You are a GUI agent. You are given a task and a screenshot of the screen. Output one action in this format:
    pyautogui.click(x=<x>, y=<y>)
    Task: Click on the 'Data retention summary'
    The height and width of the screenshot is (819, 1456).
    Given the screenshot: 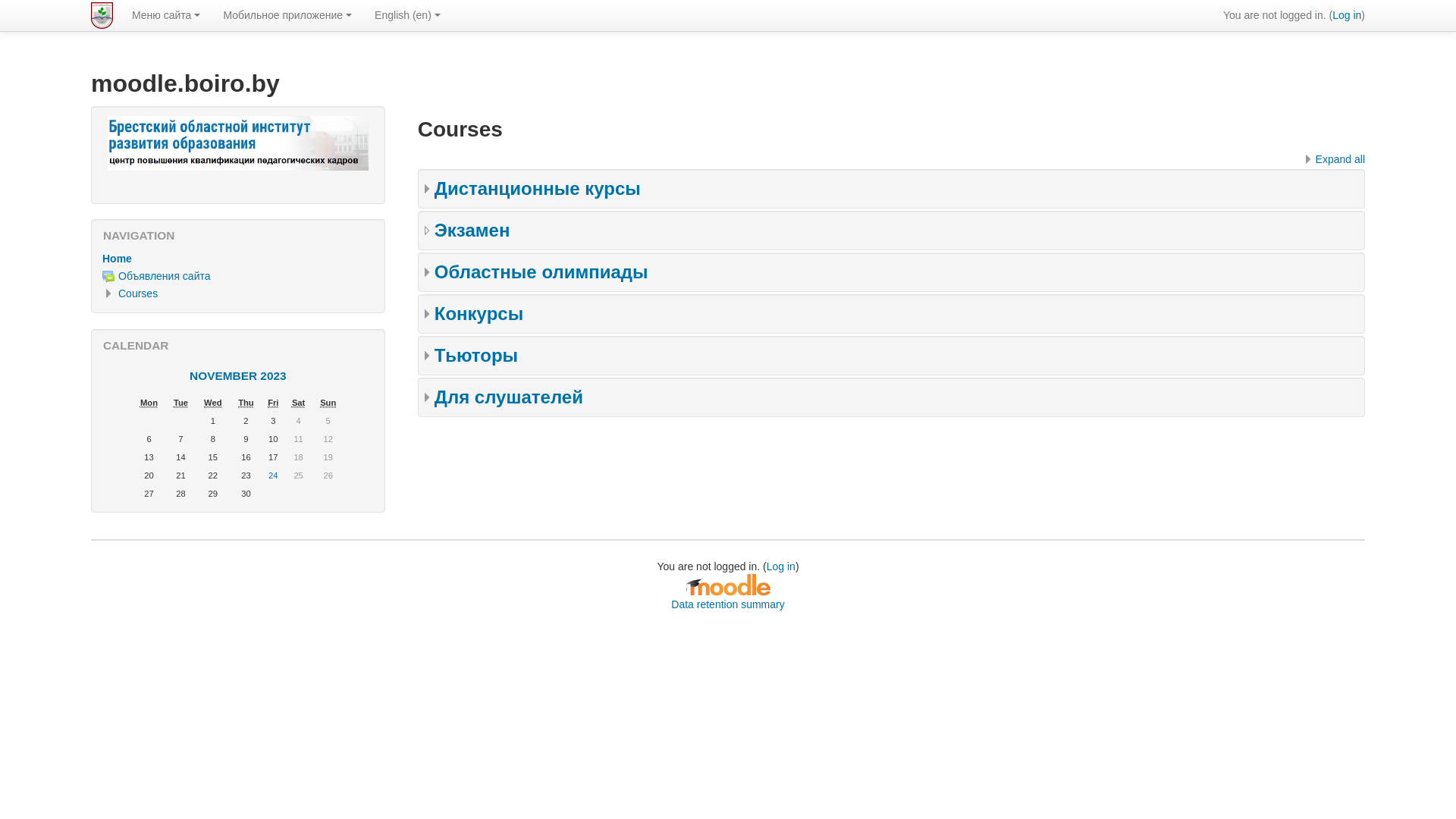 What is the action you would take?
    pyautogui.click(x=726, y=604)
    